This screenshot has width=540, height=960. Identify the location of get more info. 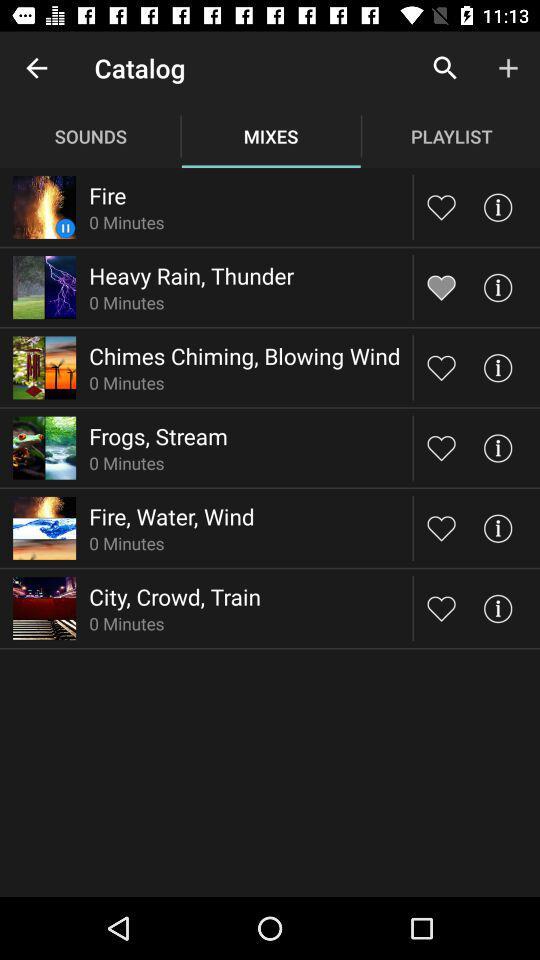
(496, 448).